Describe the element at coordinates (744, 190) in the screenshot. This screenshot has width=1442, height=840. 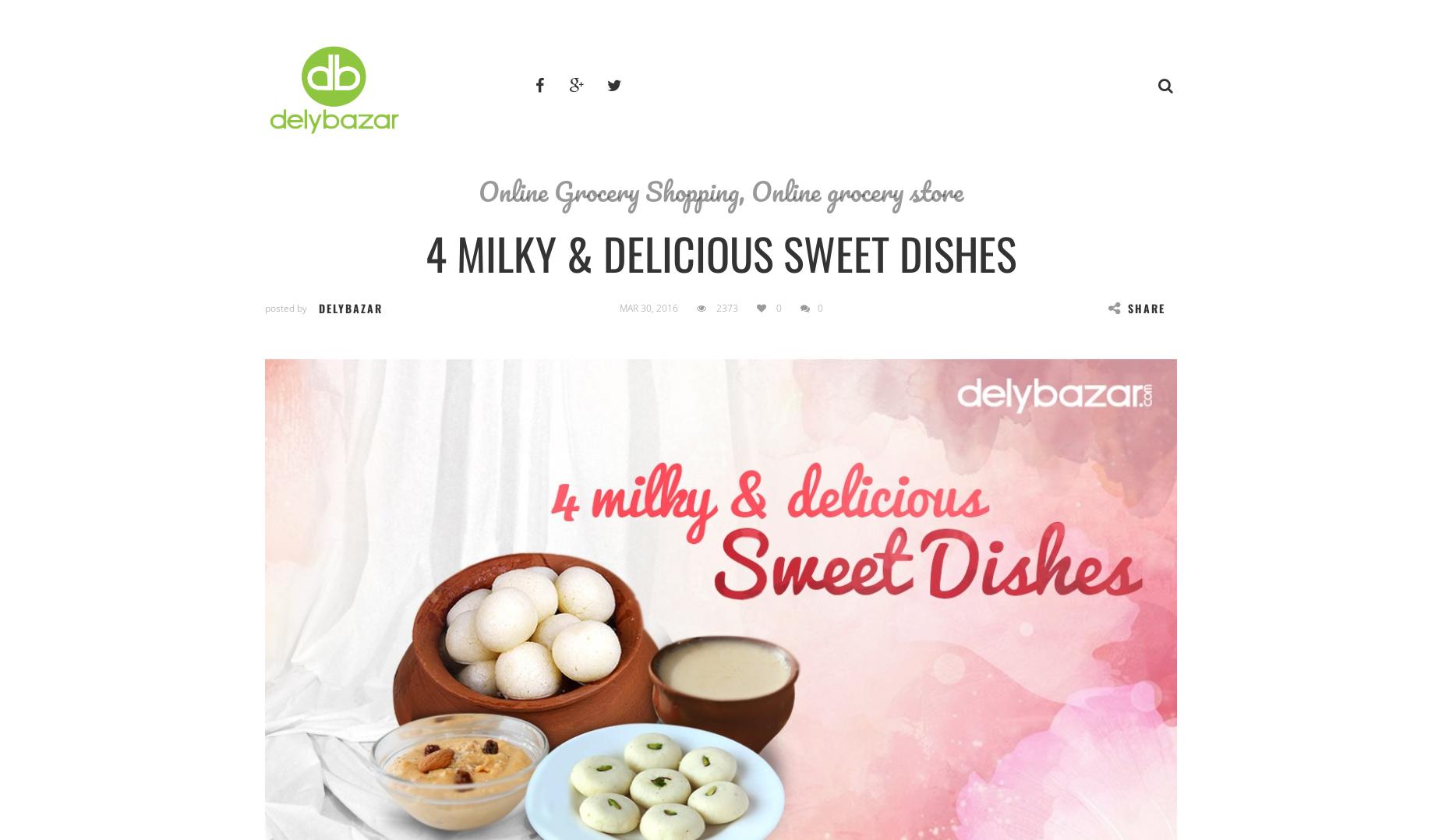
I see `','` at that location.